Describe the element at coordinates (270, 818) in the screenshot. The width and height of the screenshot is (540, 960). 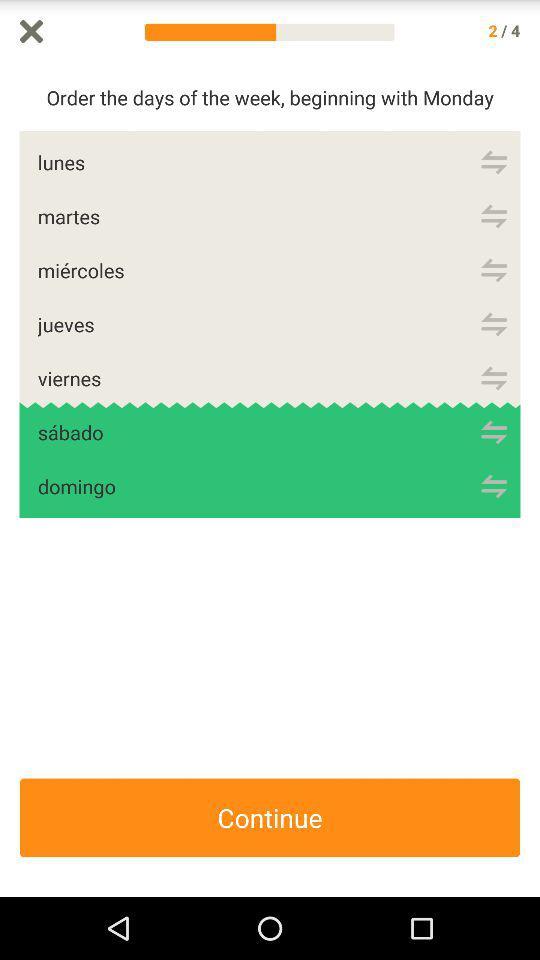
I see `continue button` at that location.